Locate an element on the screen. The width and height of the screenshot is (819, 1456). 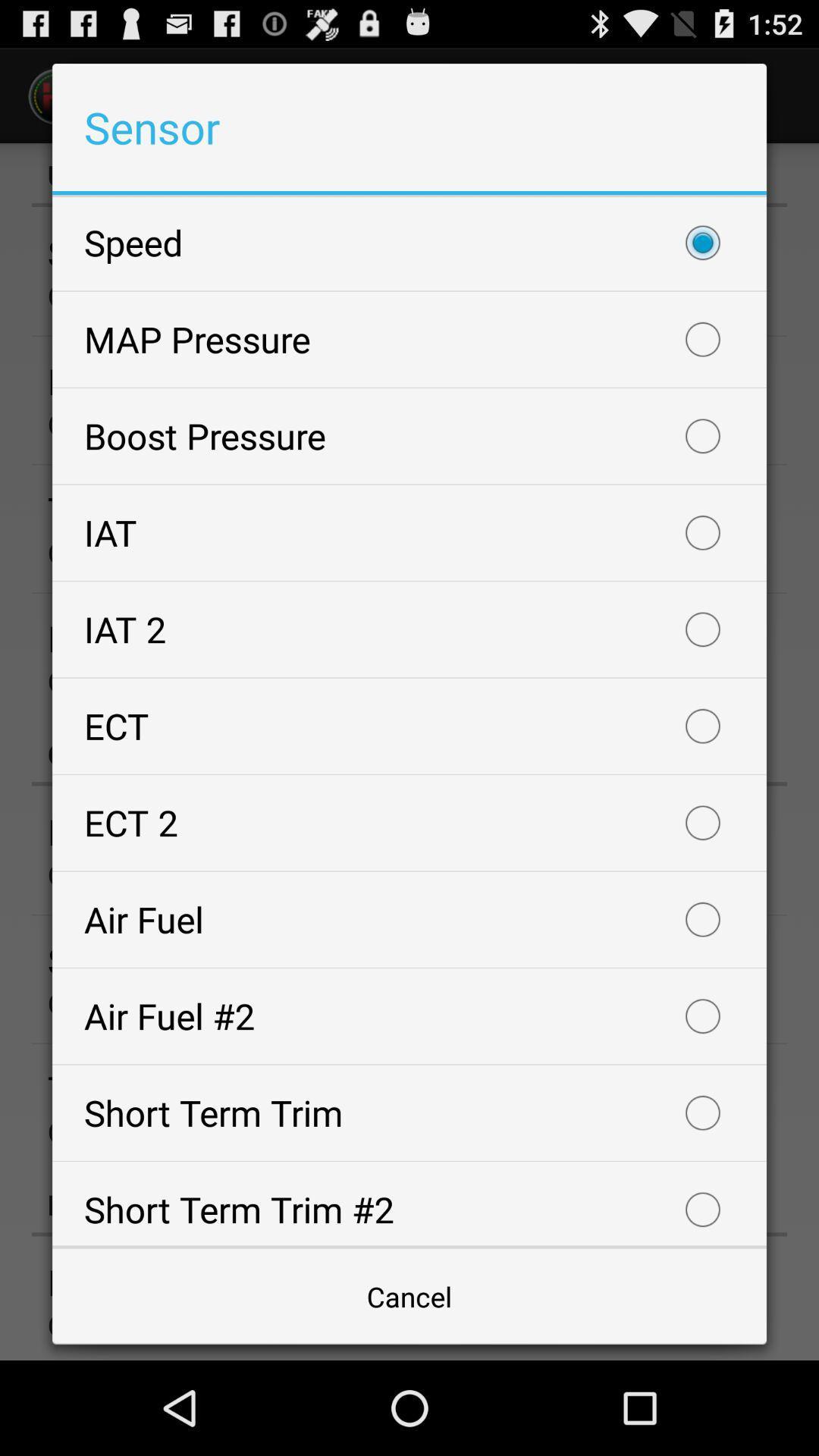
the item below the short term trim icon is located at coordinates (409, 1295).